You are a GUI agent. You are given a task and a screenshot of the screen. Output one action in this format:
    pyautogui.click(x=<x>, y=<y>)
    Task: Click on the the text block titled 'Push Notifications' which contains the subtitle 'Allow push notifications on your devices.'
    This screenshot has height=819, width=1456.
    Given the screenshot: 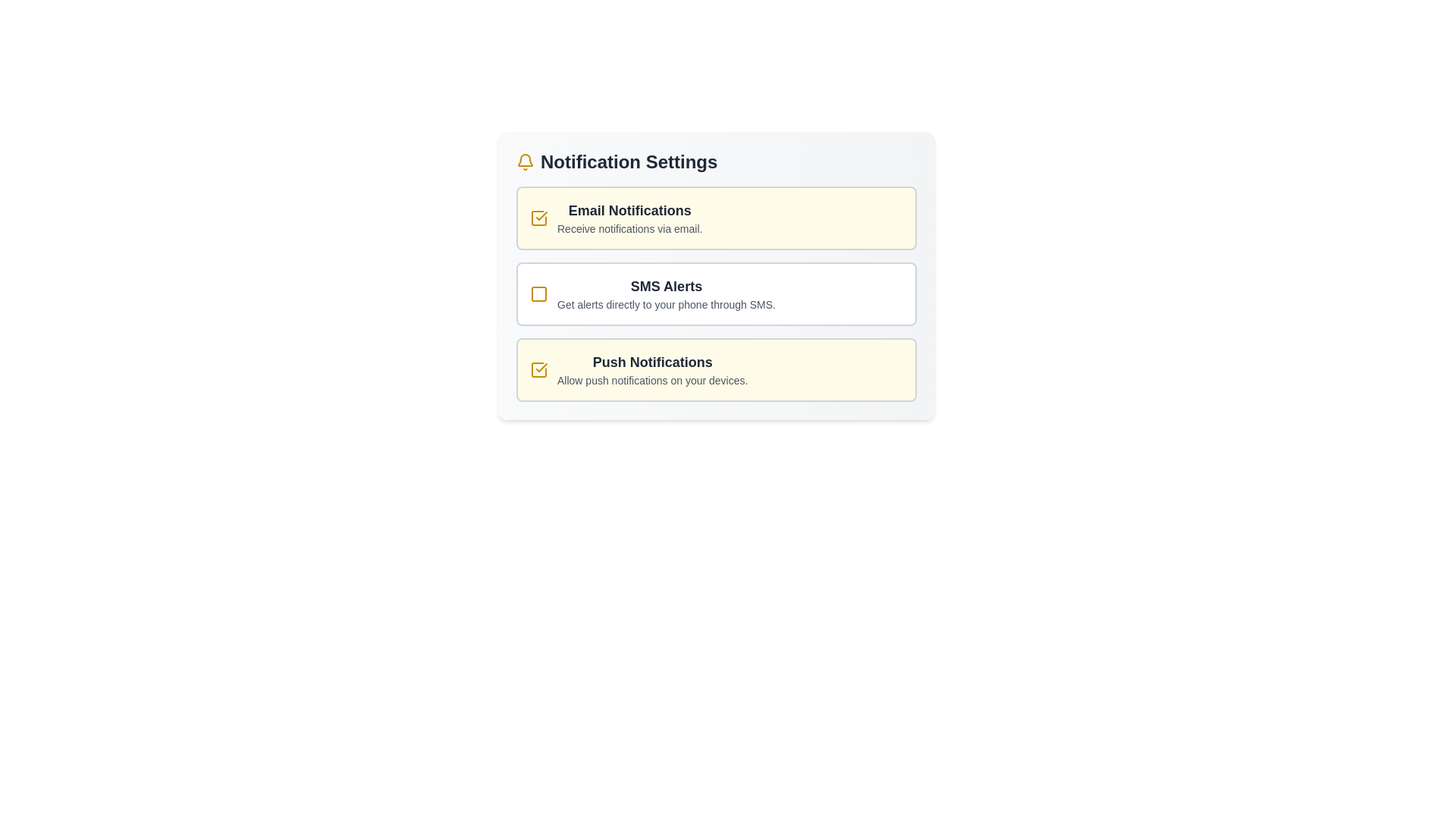 What is the action you would take?
    pyautogui.click(x=652, y=370)
    